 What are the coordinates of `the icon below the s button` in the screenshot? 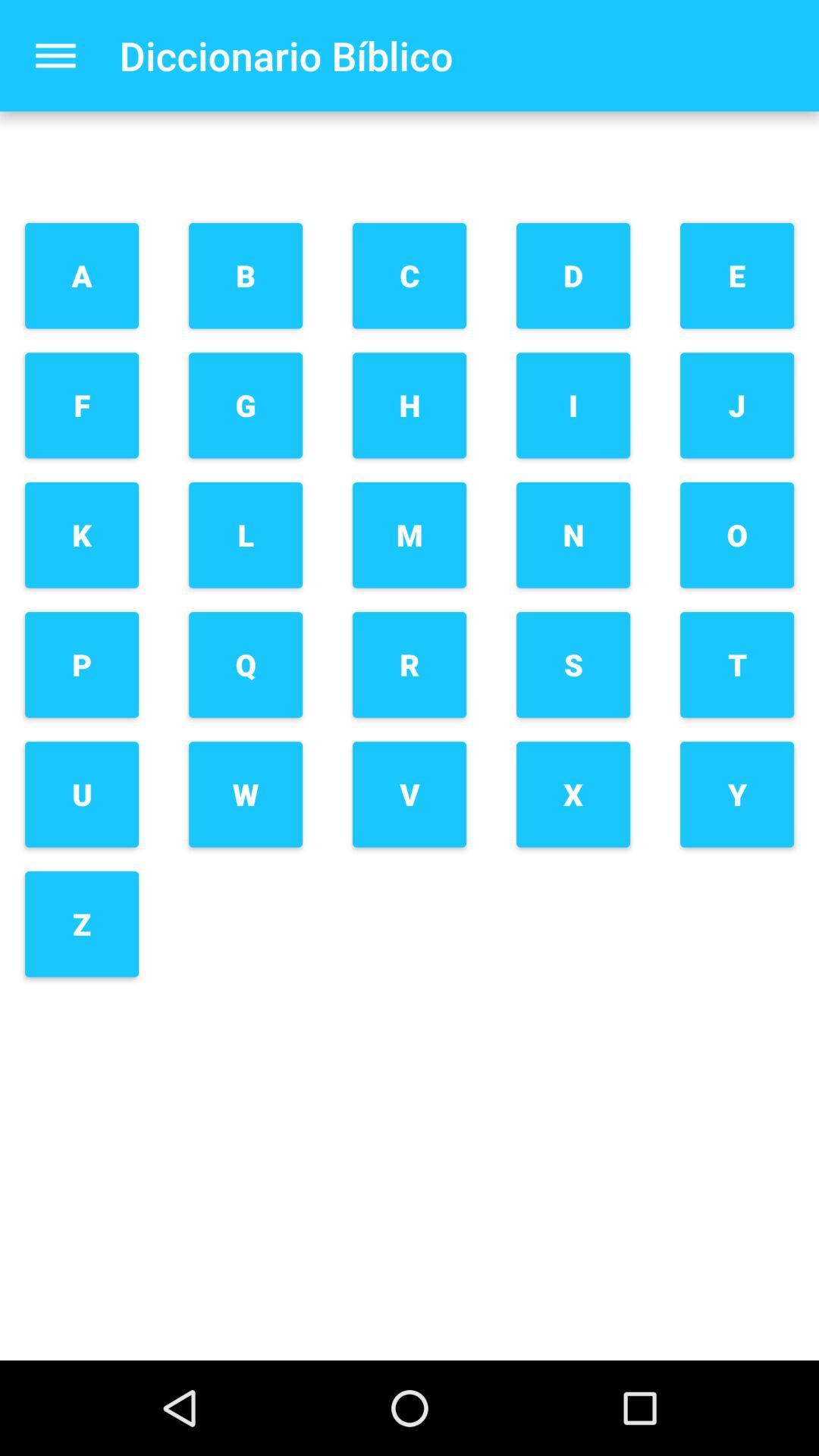 It's located at (573, 793).